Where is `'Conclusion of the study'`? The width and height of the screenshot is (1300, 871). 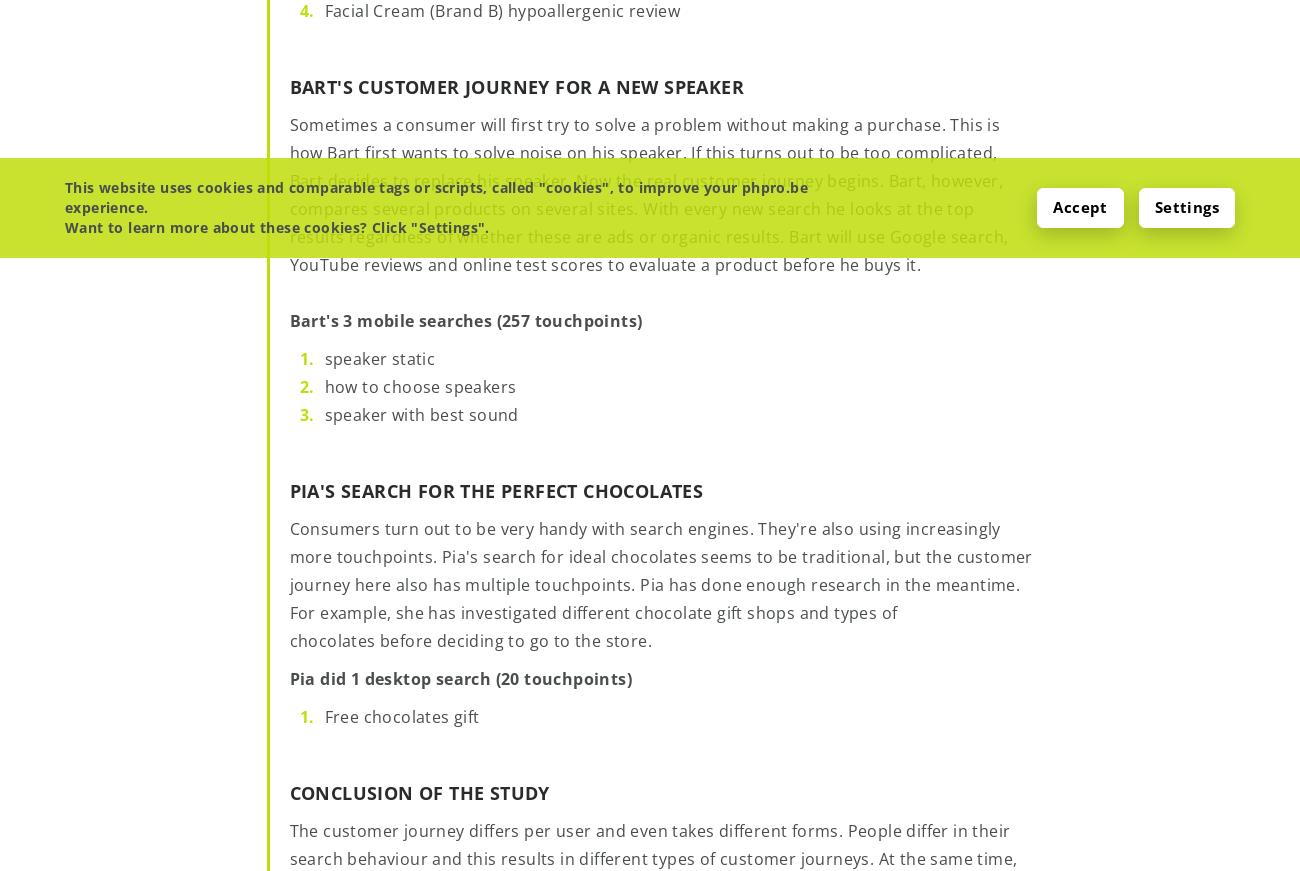 'Conclusion of the study' is located at coordinates (418, 792).